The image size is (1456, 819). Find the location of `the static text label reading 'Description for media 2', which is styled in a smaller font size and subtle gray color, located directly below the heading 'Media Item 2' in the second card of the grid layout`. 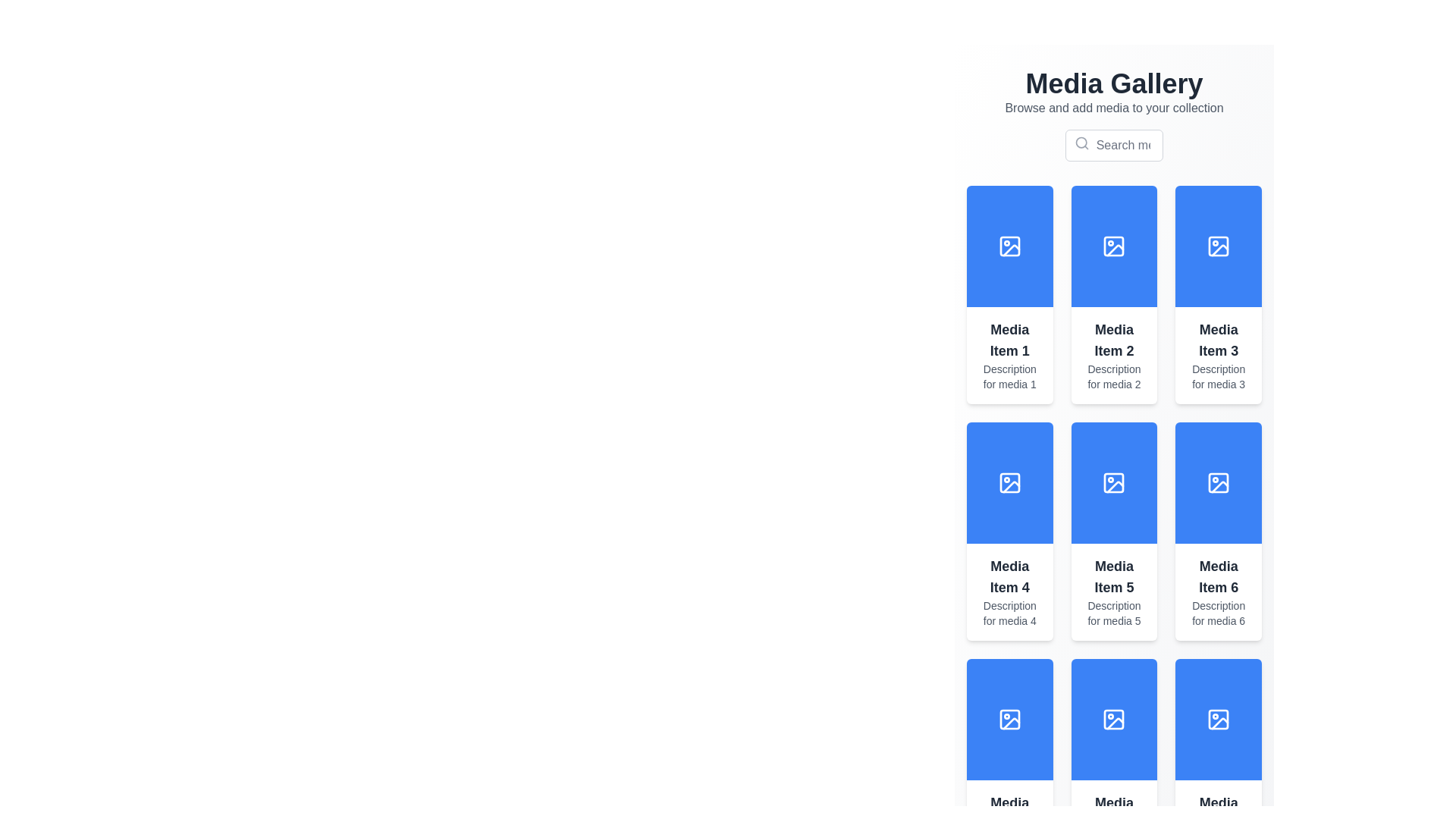

the static text label reading 'Description for media 2', which is styled in a smaller font size and subtle gray color, located directly below the heading 'Media Item 2' in the second card of the grid layout is located at coordinates (1114, 376).